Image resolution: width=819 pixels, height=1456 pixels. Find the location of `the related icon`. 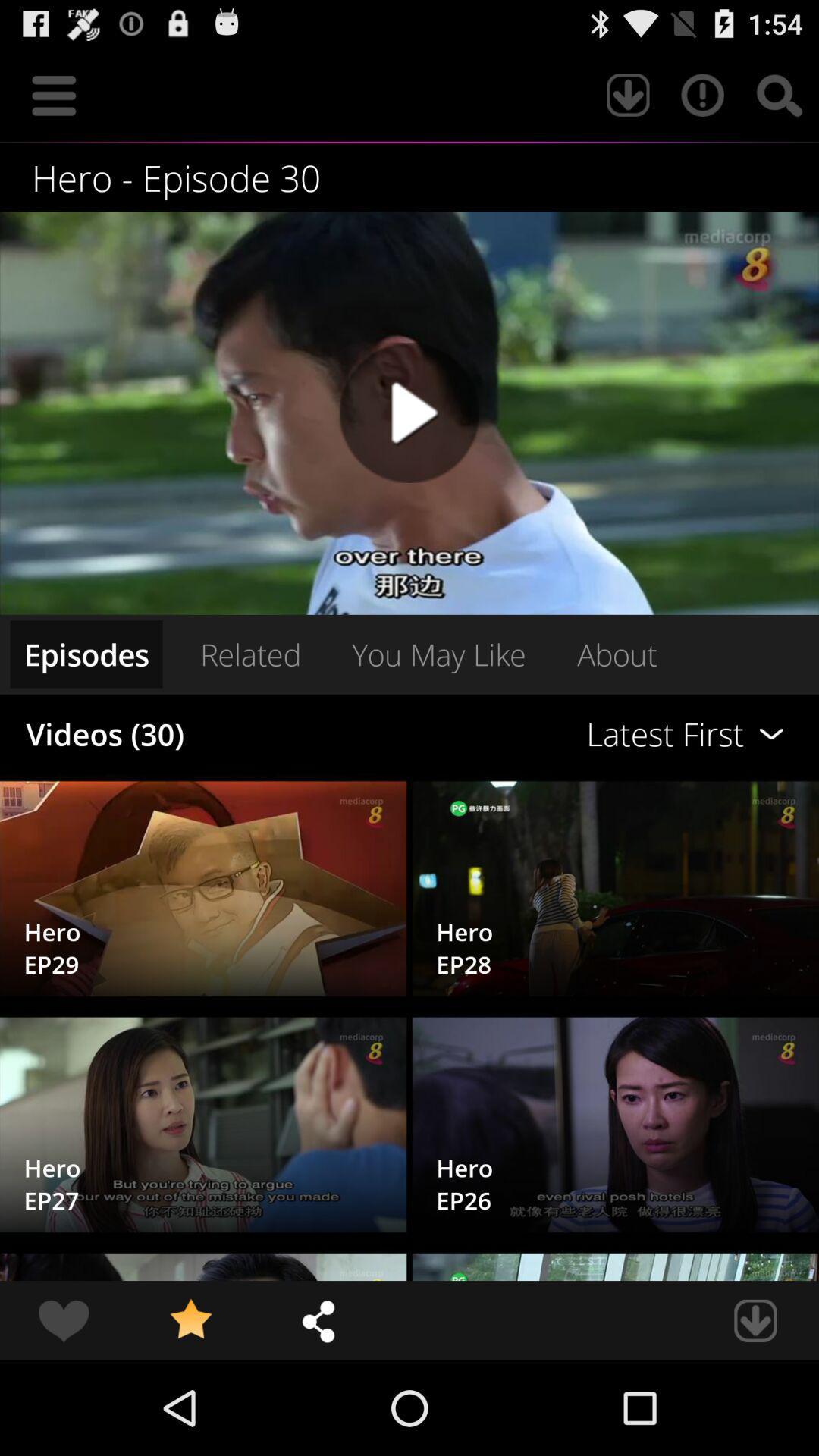

the related icon is located at coordinates (249, 654).